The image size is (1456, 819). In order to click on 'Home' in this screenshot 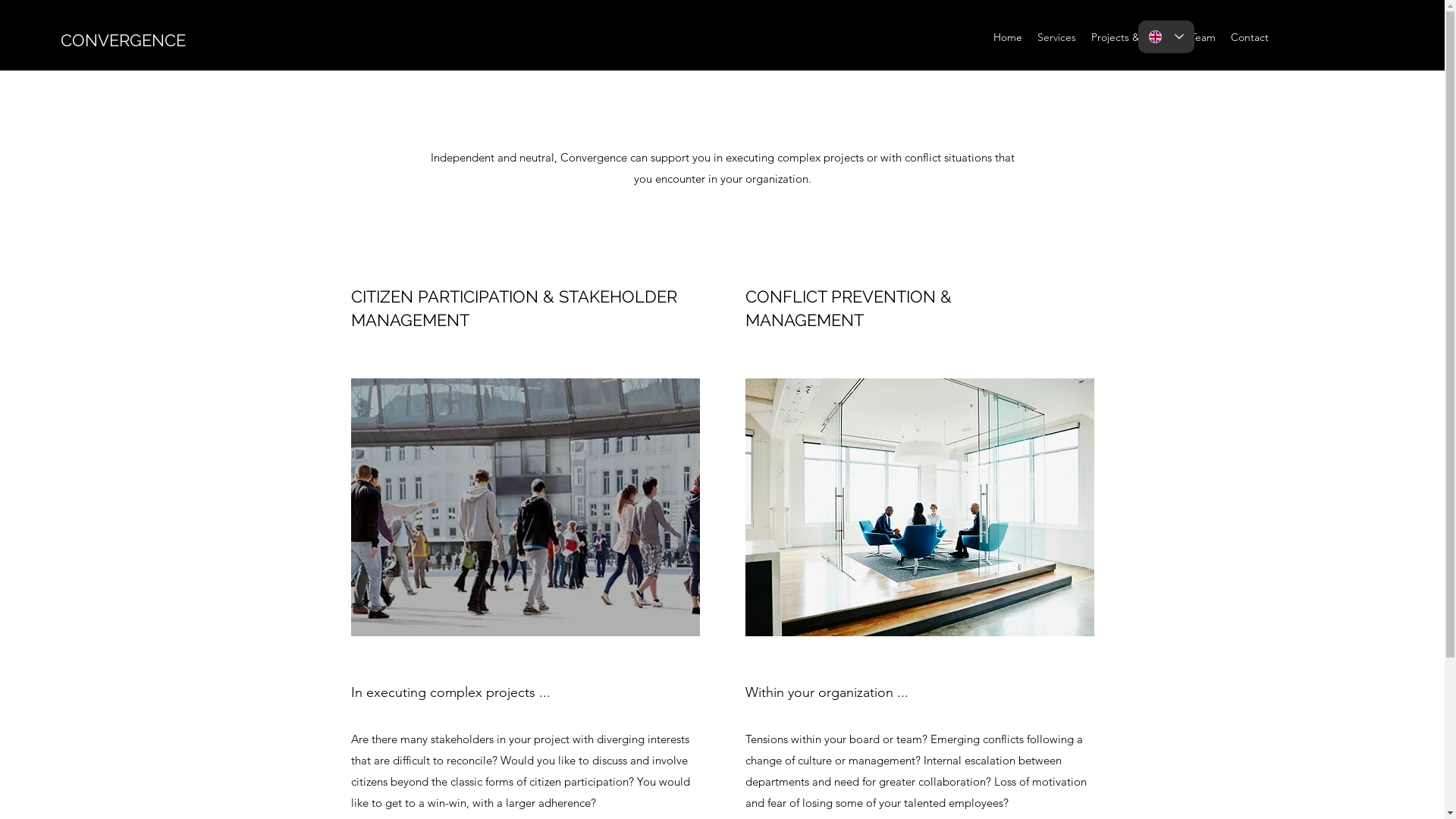, I will do `click(1008, 36)`.